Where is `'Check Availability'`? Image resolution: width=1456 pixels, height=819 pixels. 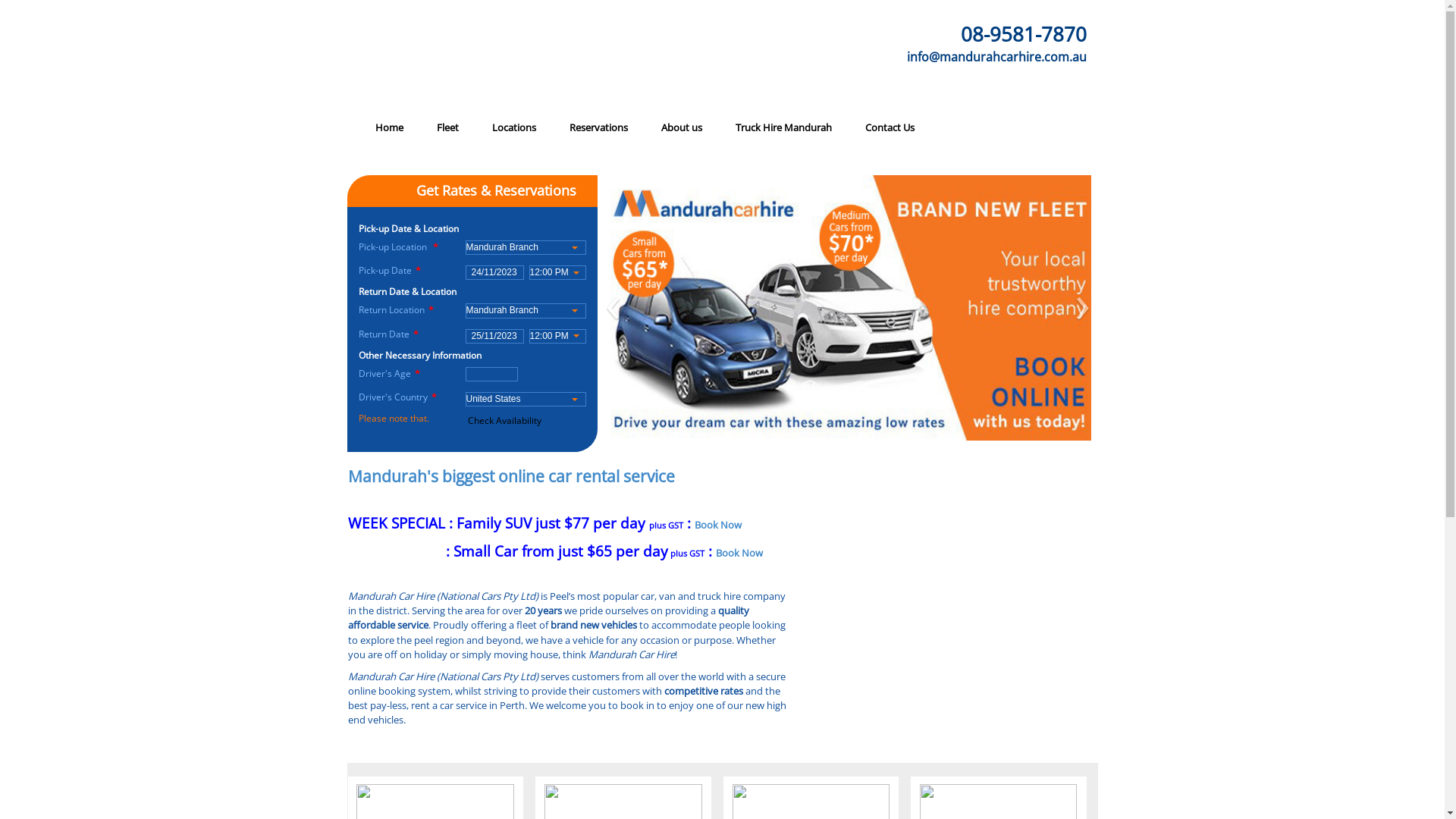 'Check Availability' is located at coordinates (465, 420).